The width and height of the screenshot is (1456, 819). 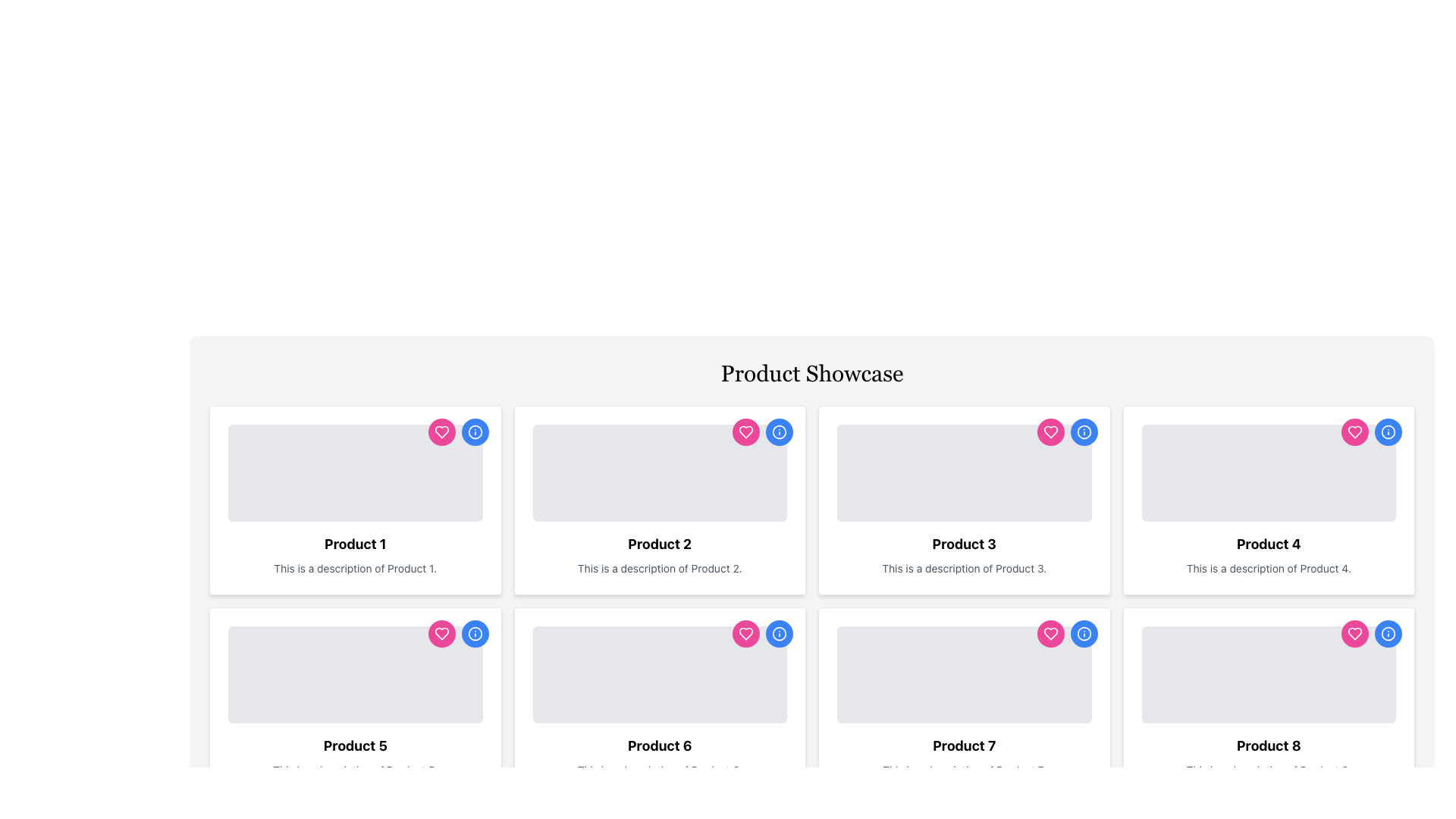 I want to click on text block that provides a brief description or further details about 'Product 3', located directly underneath the title within the third product card, so click(x=963, y=568).